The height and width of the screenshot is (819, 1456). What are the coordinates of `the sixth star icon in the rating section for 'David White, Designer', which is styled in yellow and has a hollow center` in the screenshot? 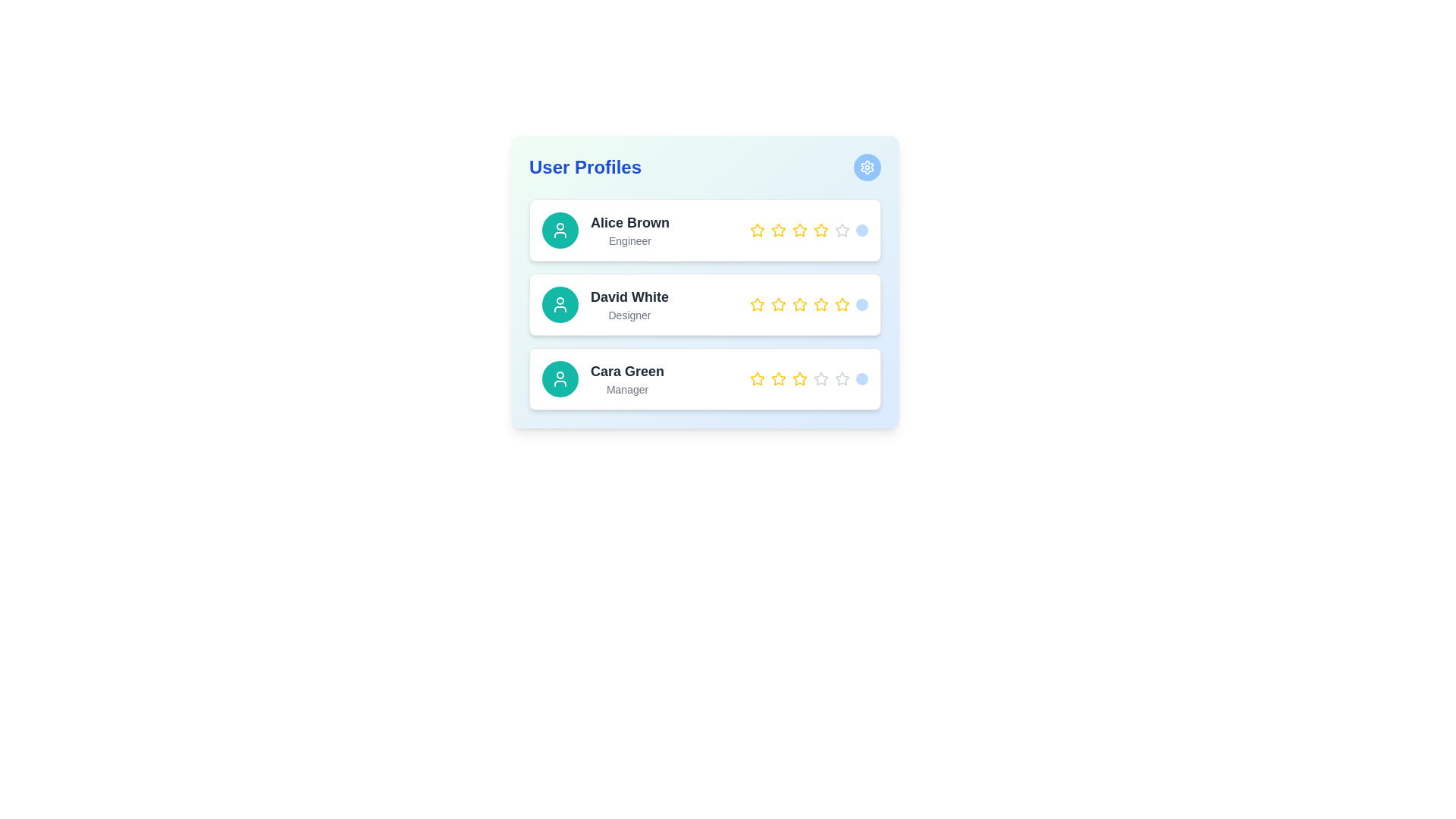 It's located at (841, 304).